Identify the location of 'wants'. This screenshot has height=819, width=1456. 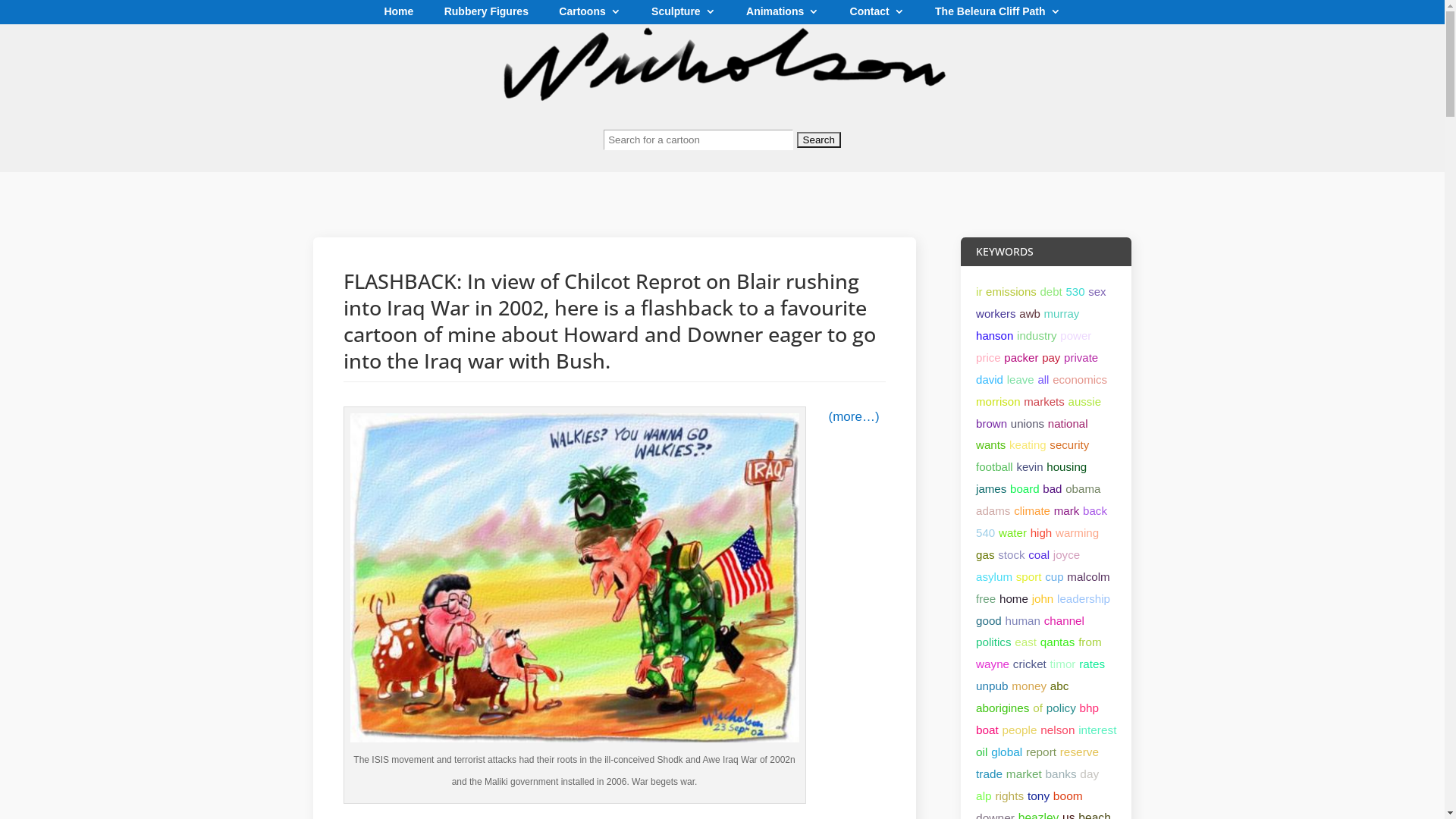
(975, 444).